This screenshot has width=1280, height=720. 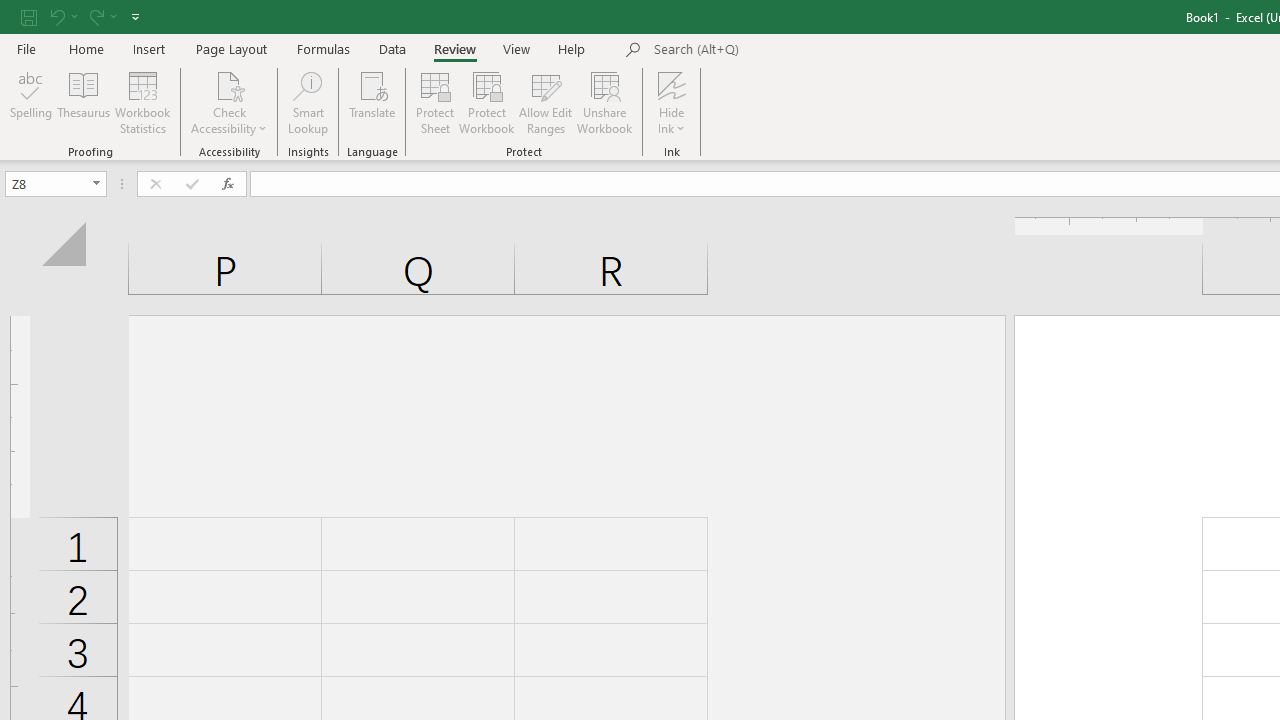 I want to click on 'Unshare Workbook', so click(x=603, y=103).